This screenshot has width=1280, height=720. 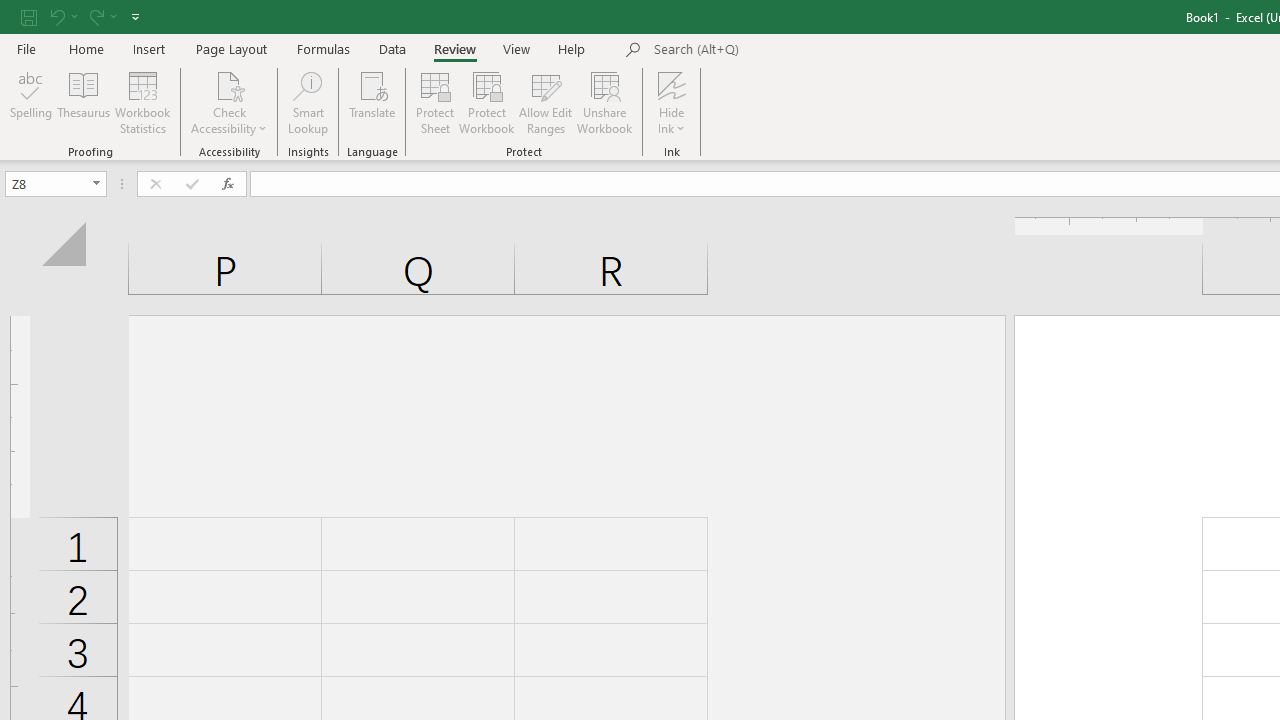 I want to click on 'Unshare Workbook', so click(x=603, y=103).